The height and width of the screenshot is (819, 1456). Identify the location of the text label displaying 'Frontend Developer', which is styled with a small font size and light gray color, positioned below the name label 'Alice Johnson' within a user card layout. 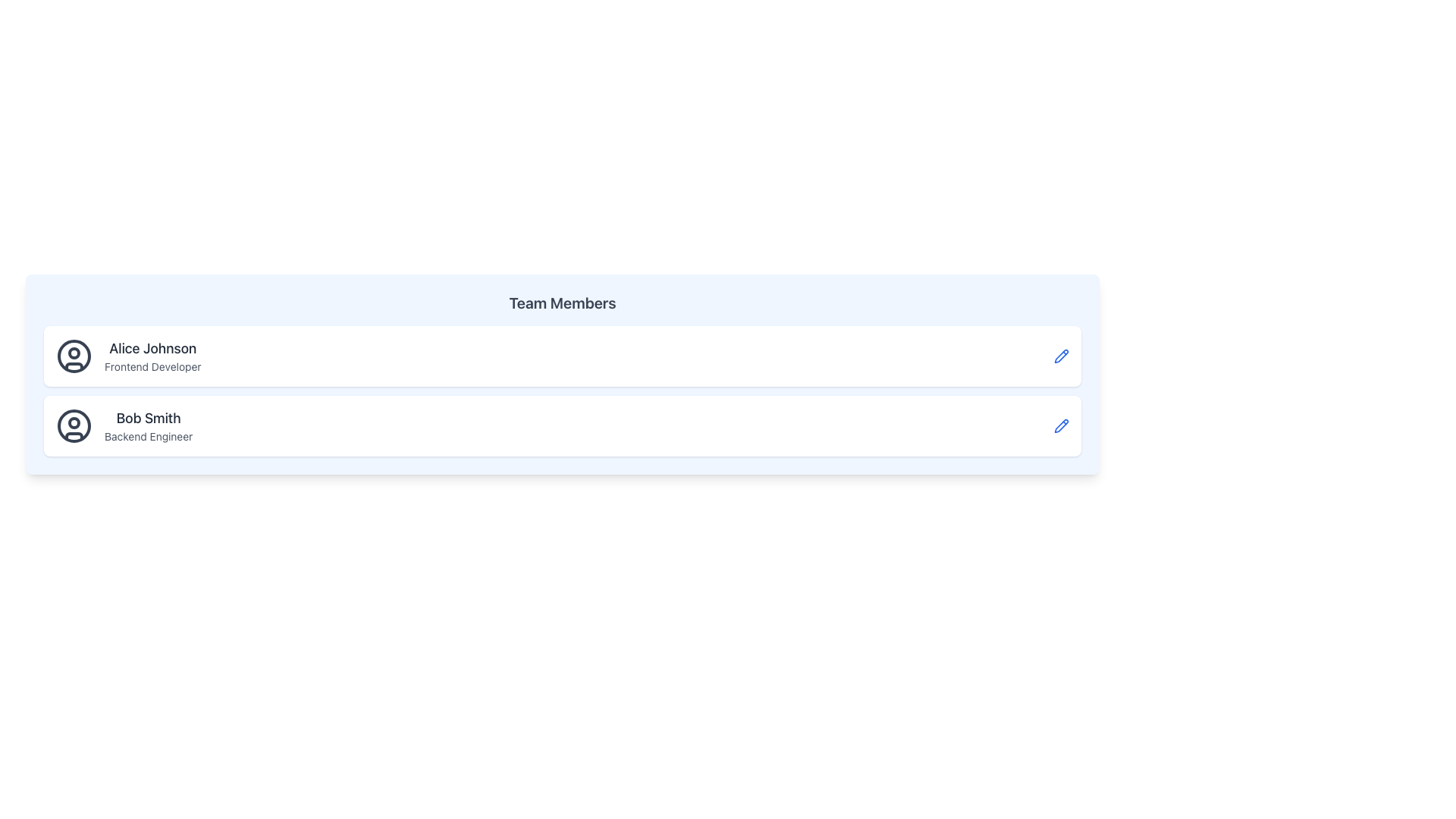
(152, 366).